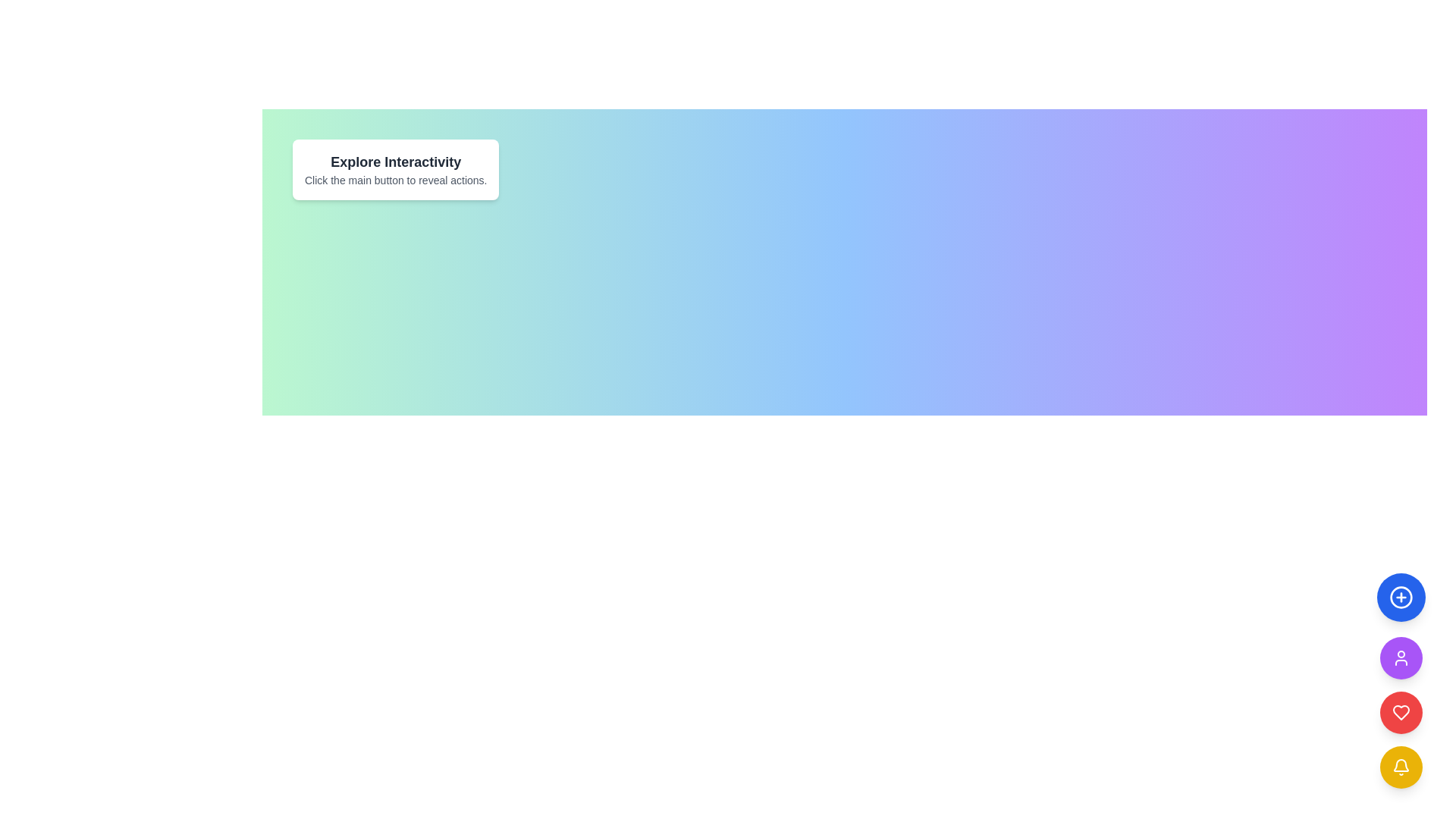  Describe the element at coordinates (1401, 596) in the screenshot. I see `the circular icon button with a blue background and a white plus symbol located at the bottom-right corner of the interface` at that location.